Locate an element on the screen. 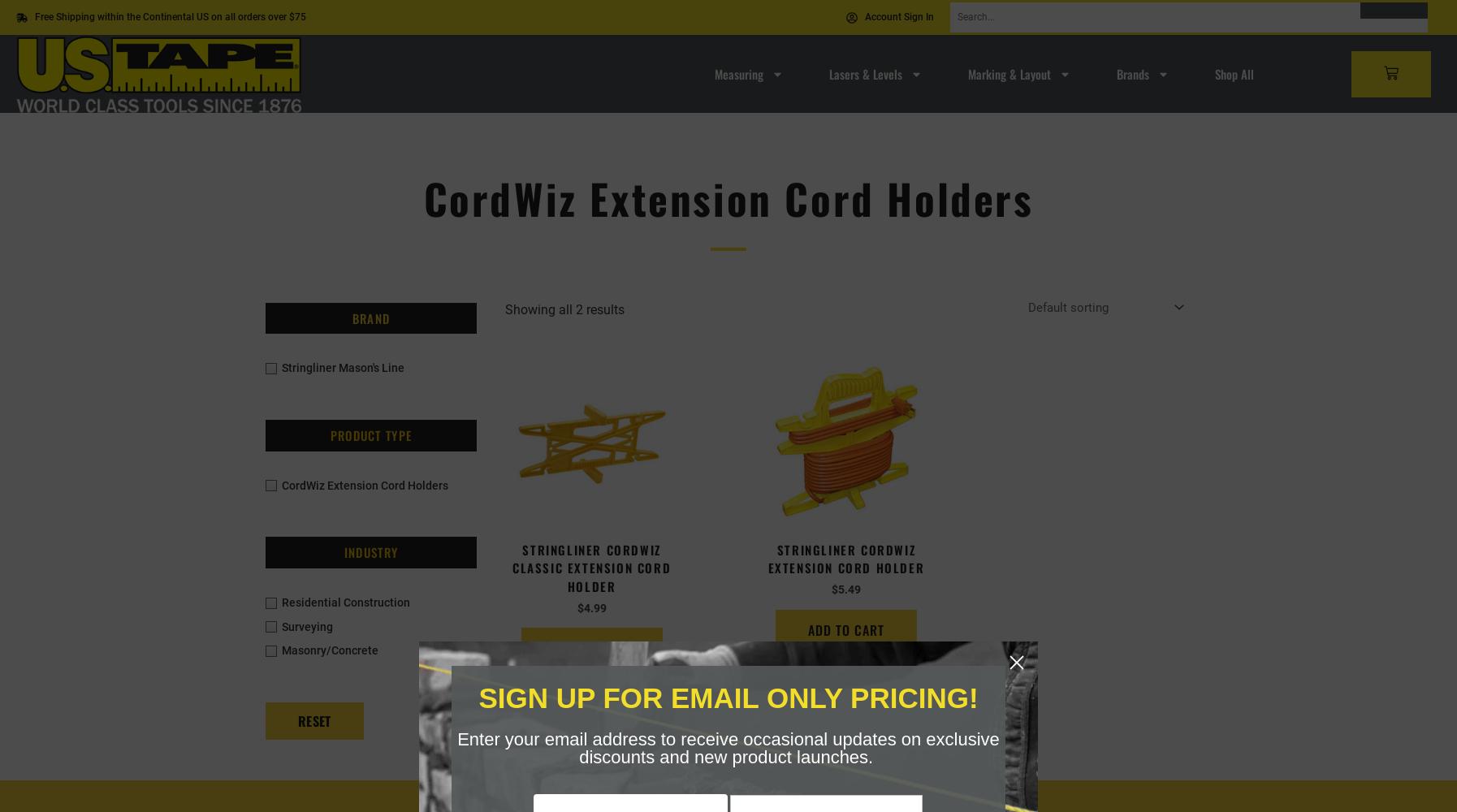 The width and height of the screenshot is (1457, 812). 'Brand' is located at coordinates (370, 317).